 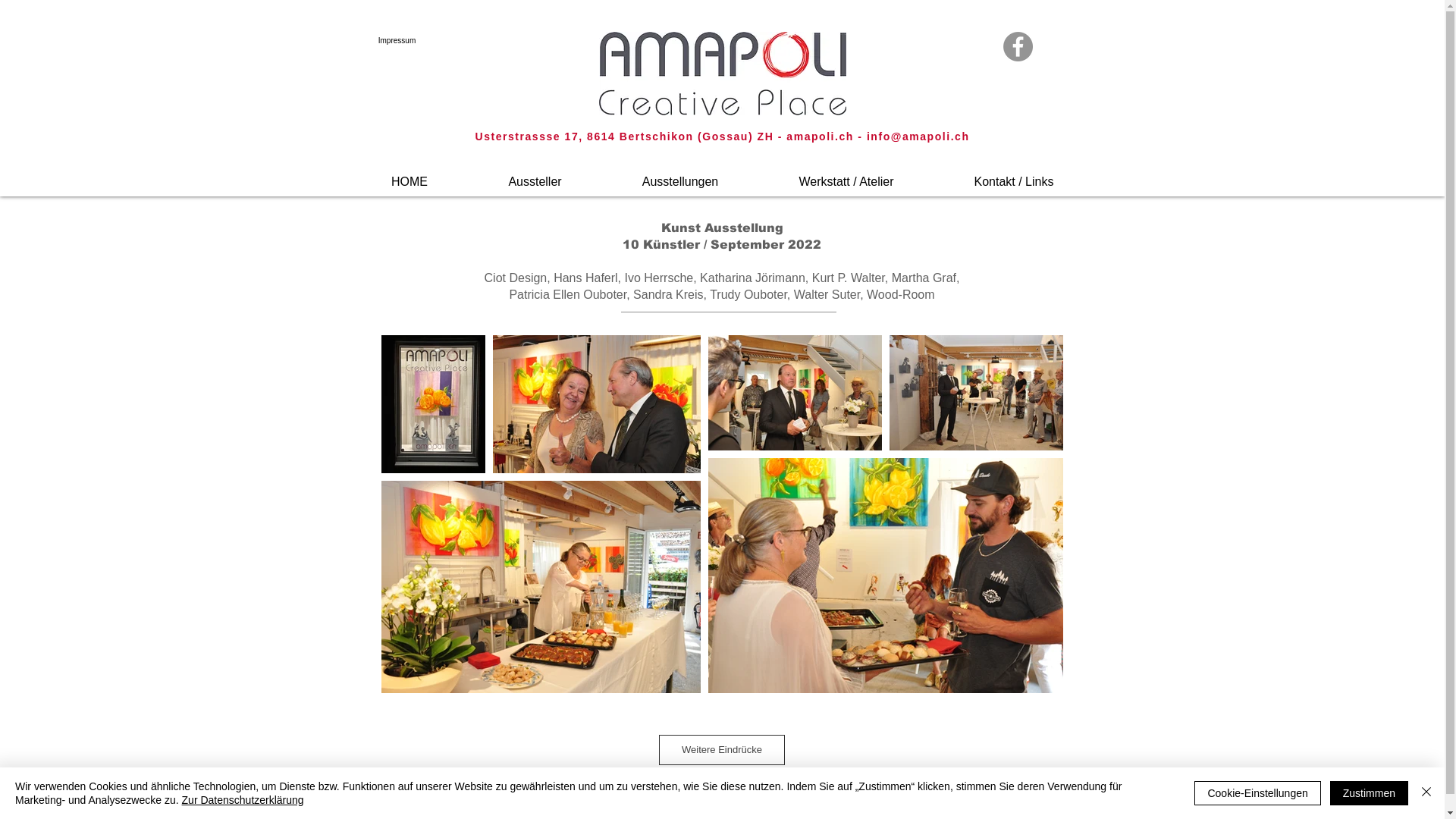 What do you see at coordinates (468, 174) in the screenshot?
I see `'Aussteller'` at bounding box center [468, 174].